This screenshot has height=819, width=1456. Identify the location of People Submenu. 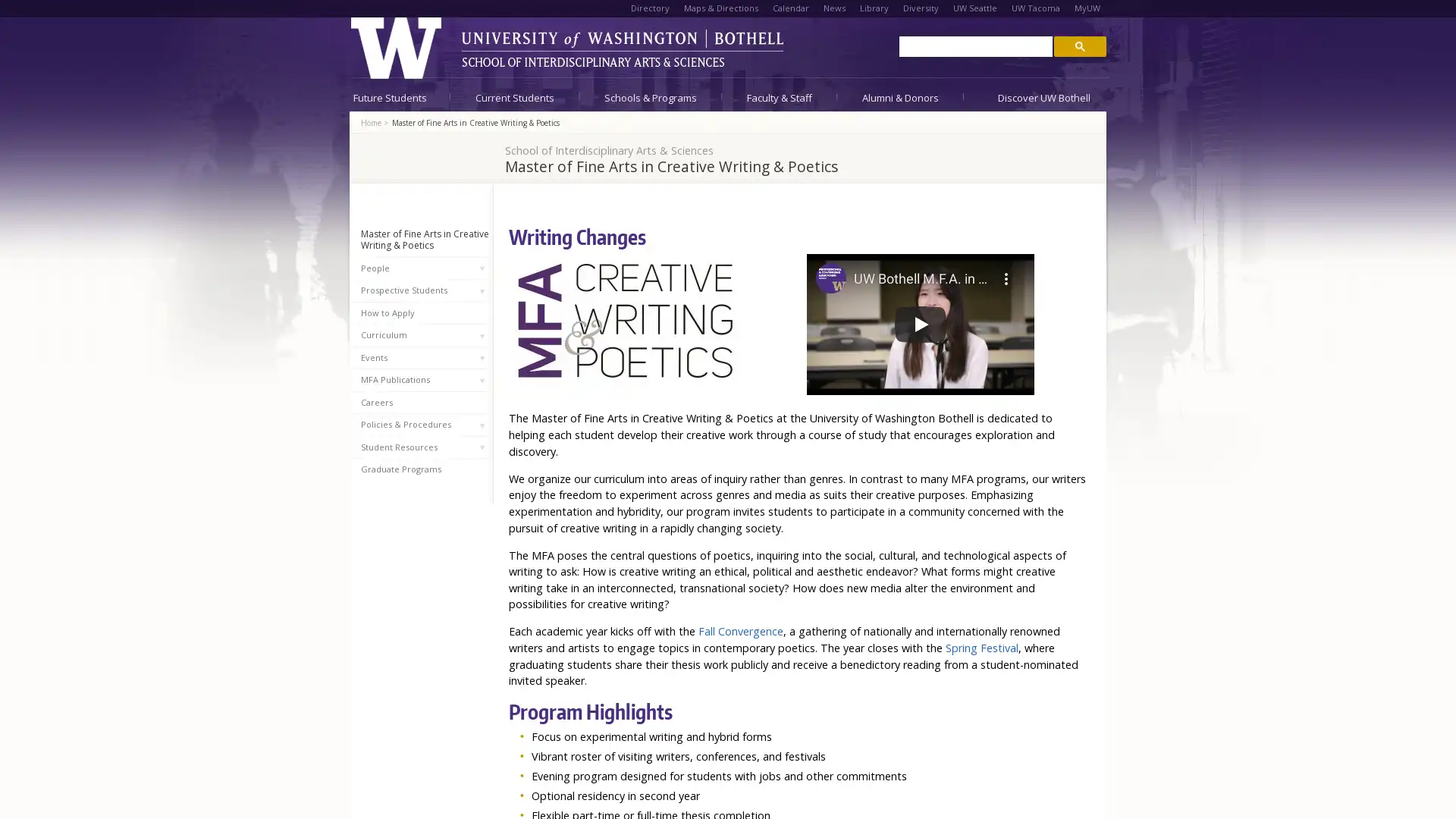
(482, 268).